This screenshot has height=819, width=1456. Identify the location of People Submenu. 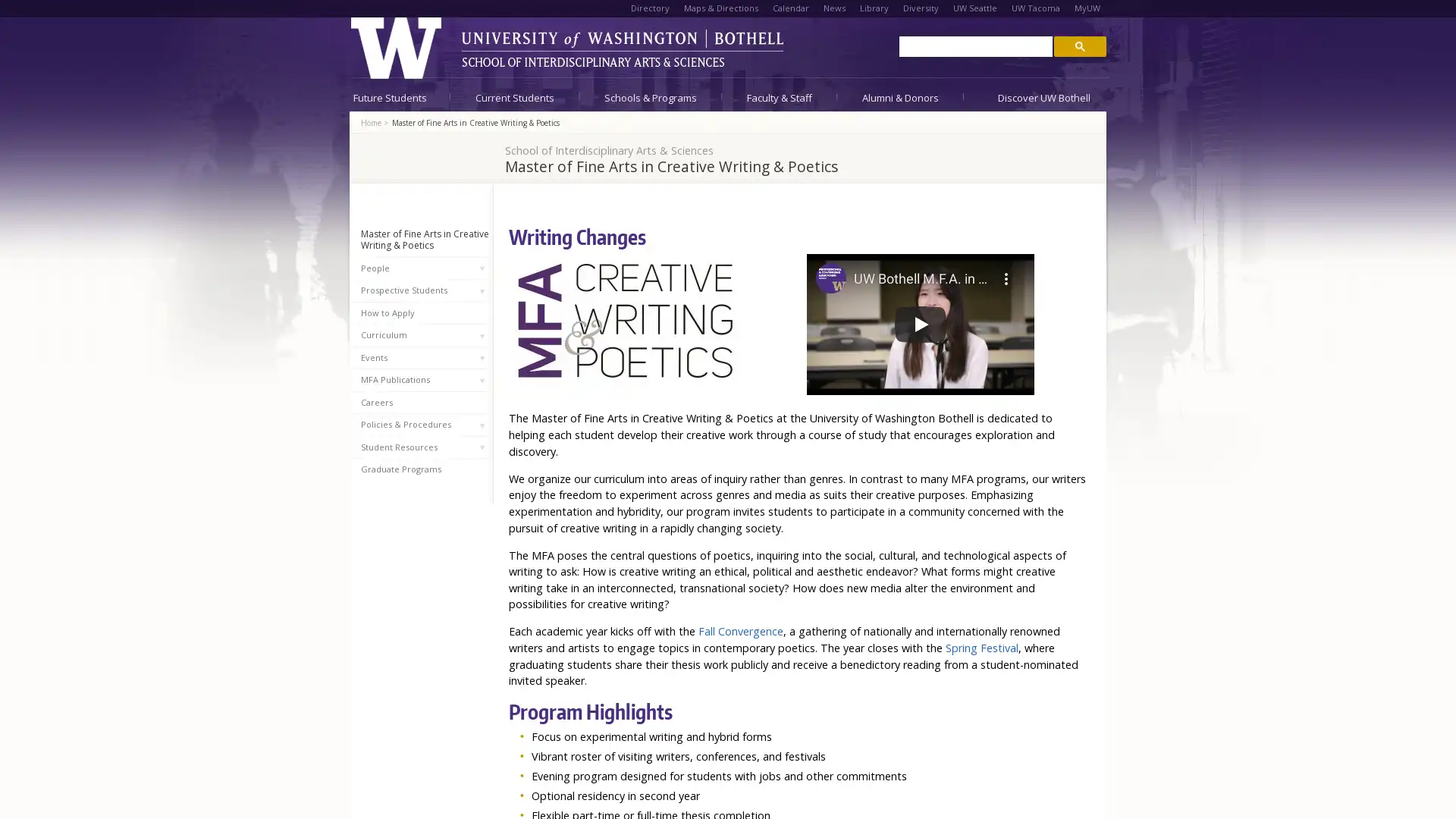
(482, 268).